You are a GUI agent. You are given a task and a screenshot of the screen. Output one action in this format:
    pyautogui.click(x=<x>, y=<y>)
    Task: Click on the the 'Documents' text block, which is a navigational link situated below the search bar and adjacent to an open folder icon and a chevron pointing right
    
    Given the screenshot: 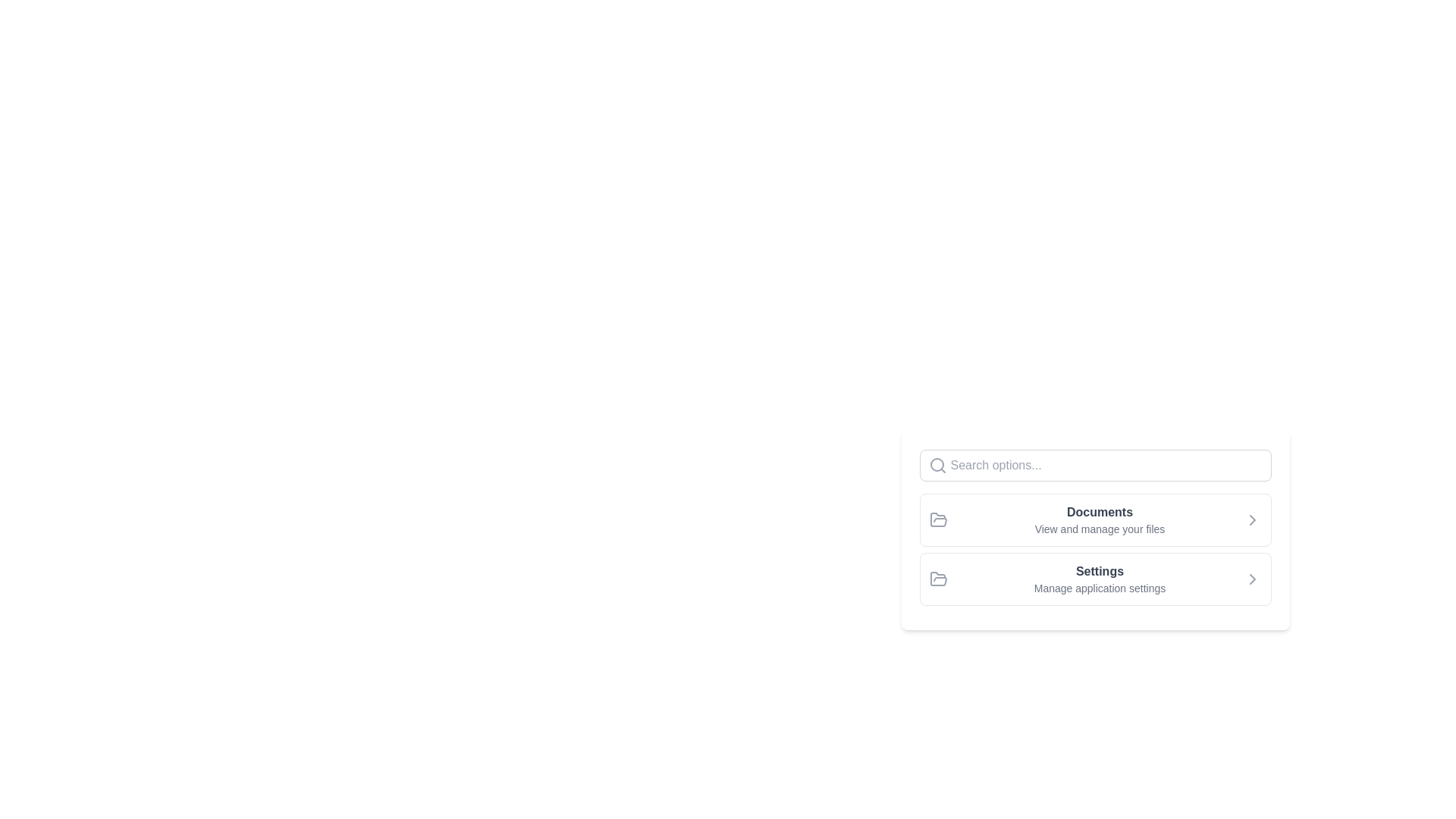 What is the action you would take?
    pyautogui.click(x=1099, y=519)
    